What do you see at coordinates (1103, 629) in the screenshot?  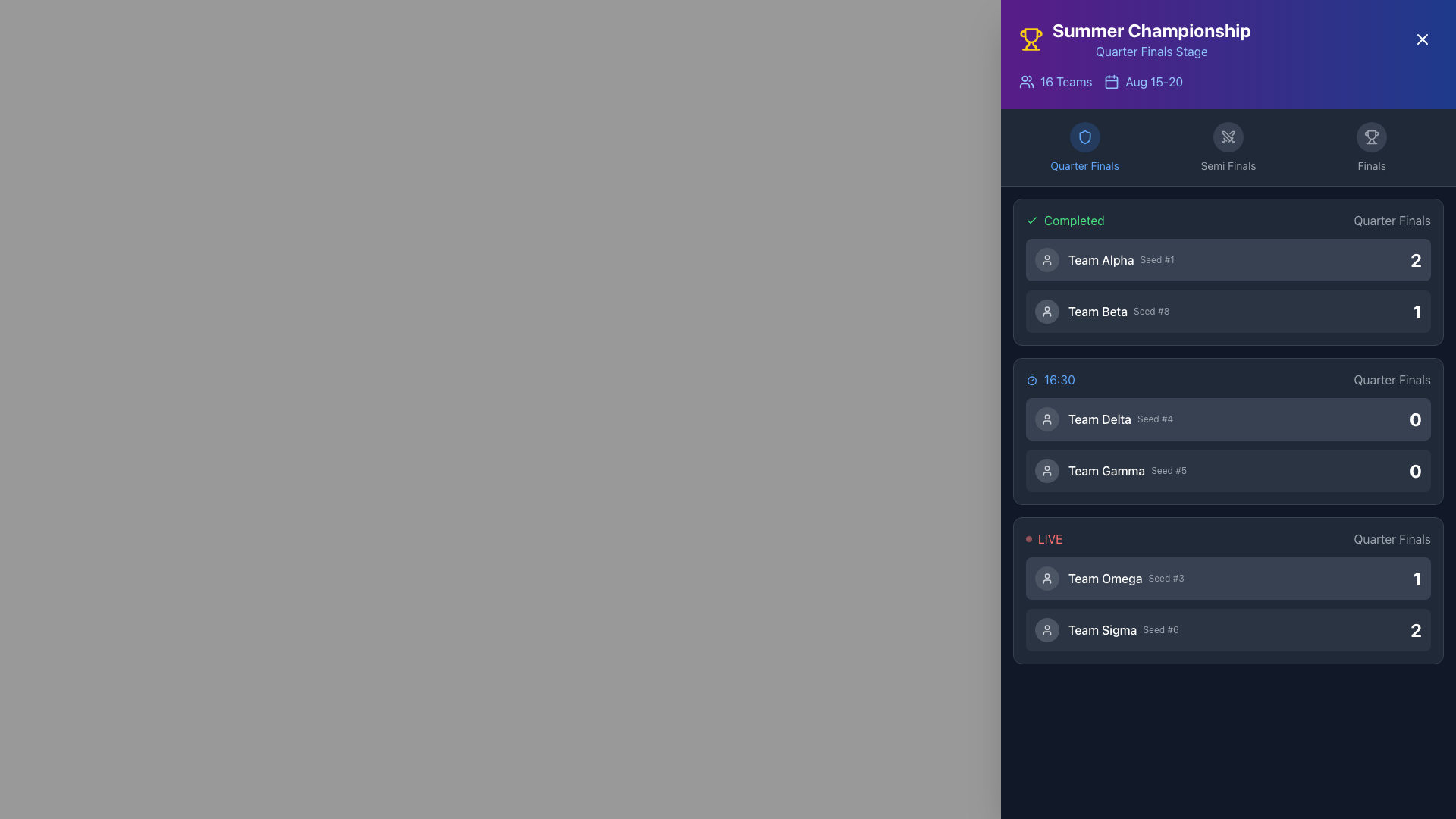 I see `text label 'Team Sigma' displayed in white on a dark background, located in the bottom right section of the interface under the 'LIVE' subsection in the 'Quarter Finals' panel` at bounding box center [1103, 629].